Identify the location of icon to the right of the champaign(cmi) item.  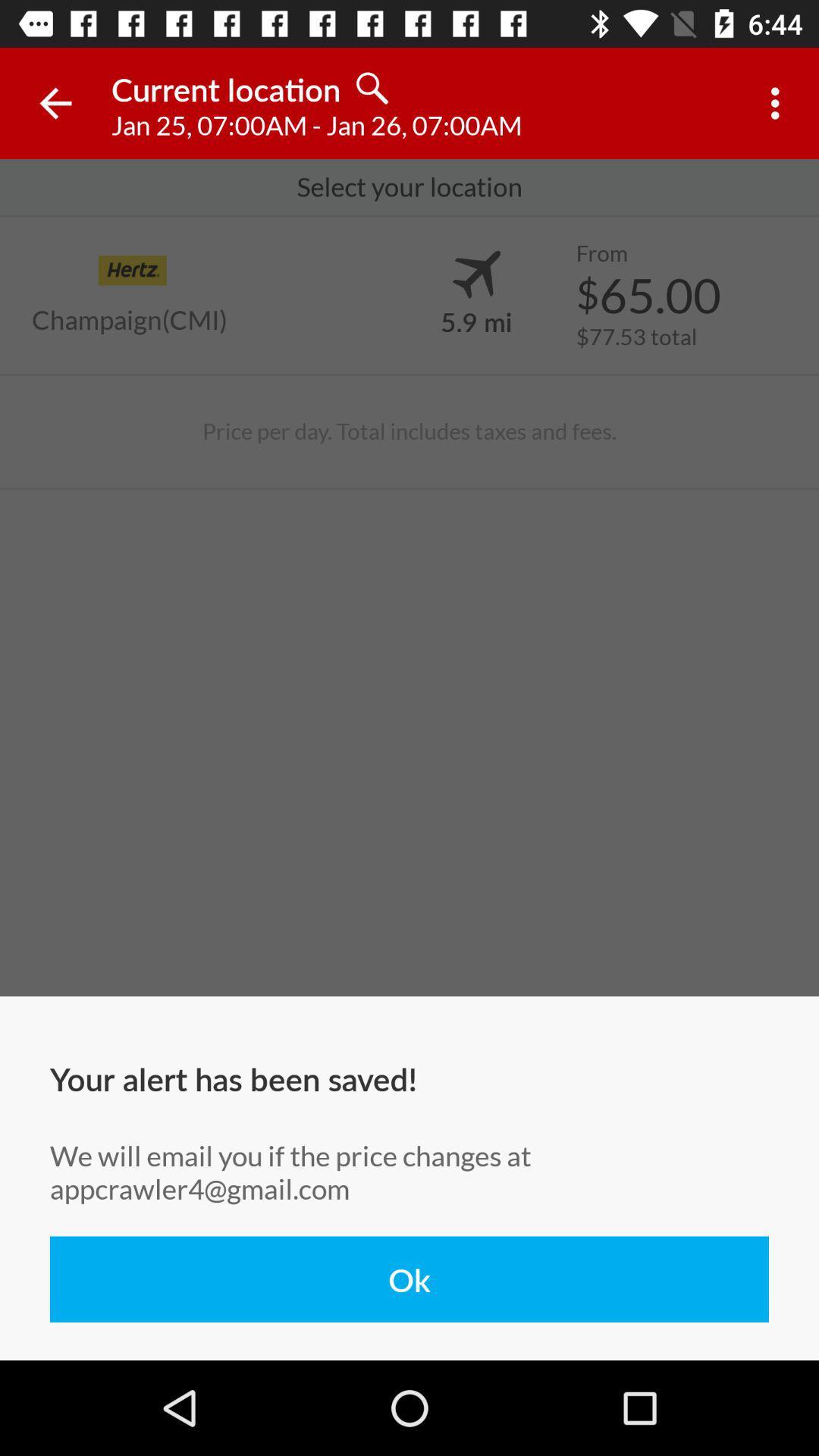
(475, 320).